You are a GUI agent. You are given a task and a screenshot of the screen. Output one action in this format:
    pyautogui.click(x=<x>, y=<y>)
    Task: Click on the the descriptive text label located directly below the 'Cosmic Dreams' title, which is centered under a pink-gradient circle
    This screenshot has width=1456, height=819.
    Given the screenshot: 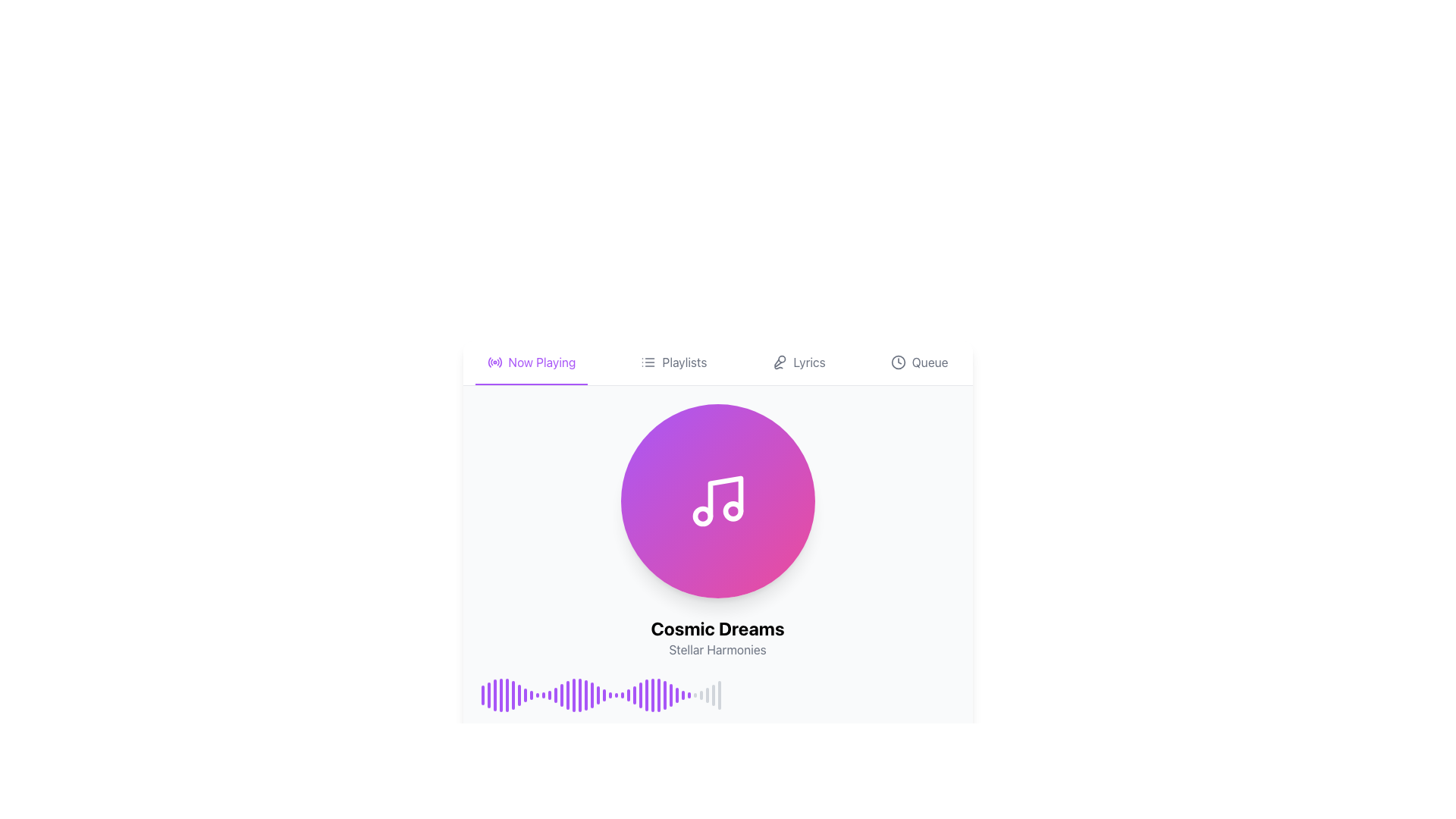 What is the action you would take?
    pyautogui.click(x=717, y=648)
    